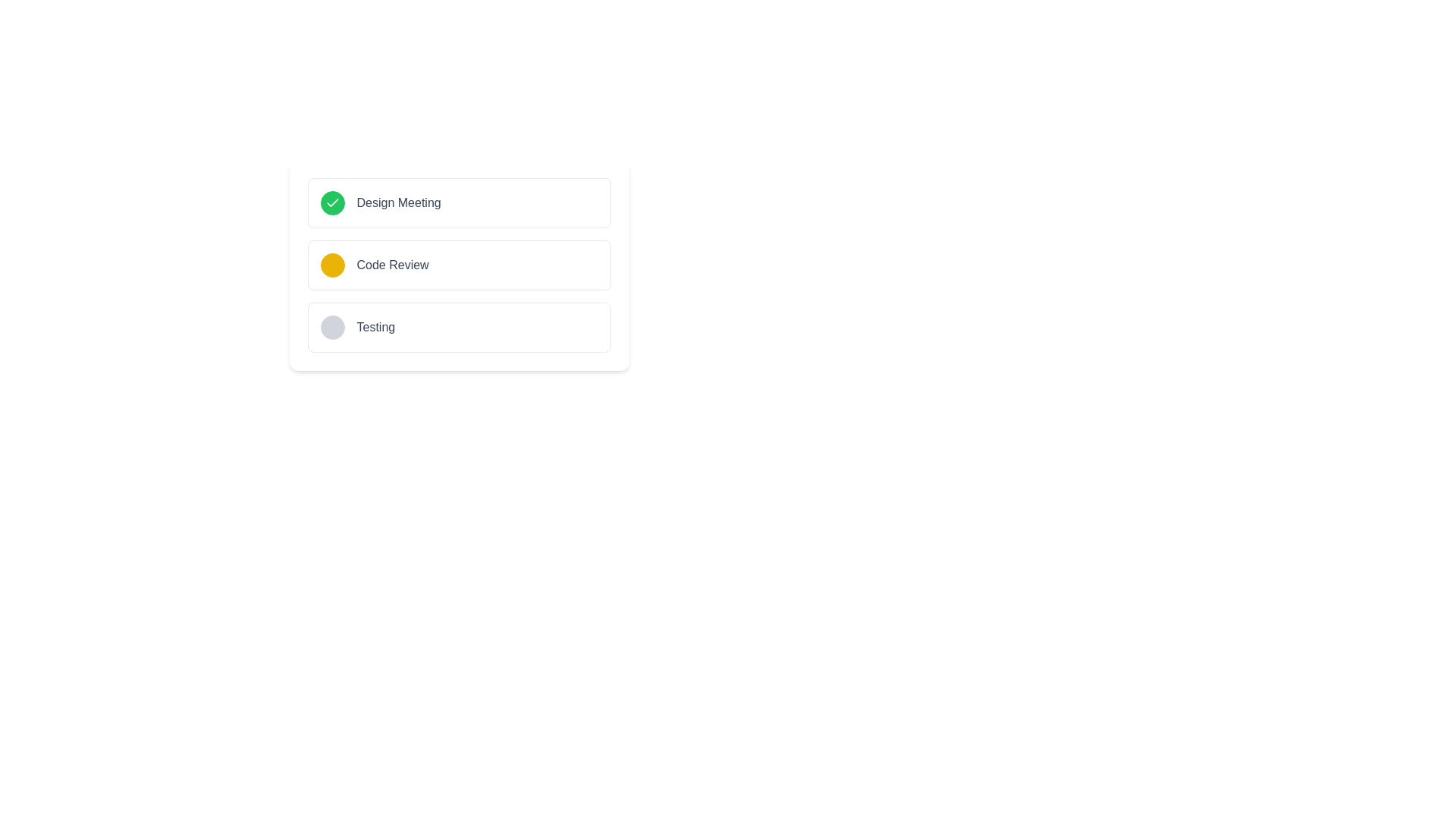  Describe the element at coordinates (393, 265) in the screenshot. I see `the text label that identifies the associated menu item in the vertical menu, which is the second list item below 'Design Meeting' and above 'Testing'` at that location.